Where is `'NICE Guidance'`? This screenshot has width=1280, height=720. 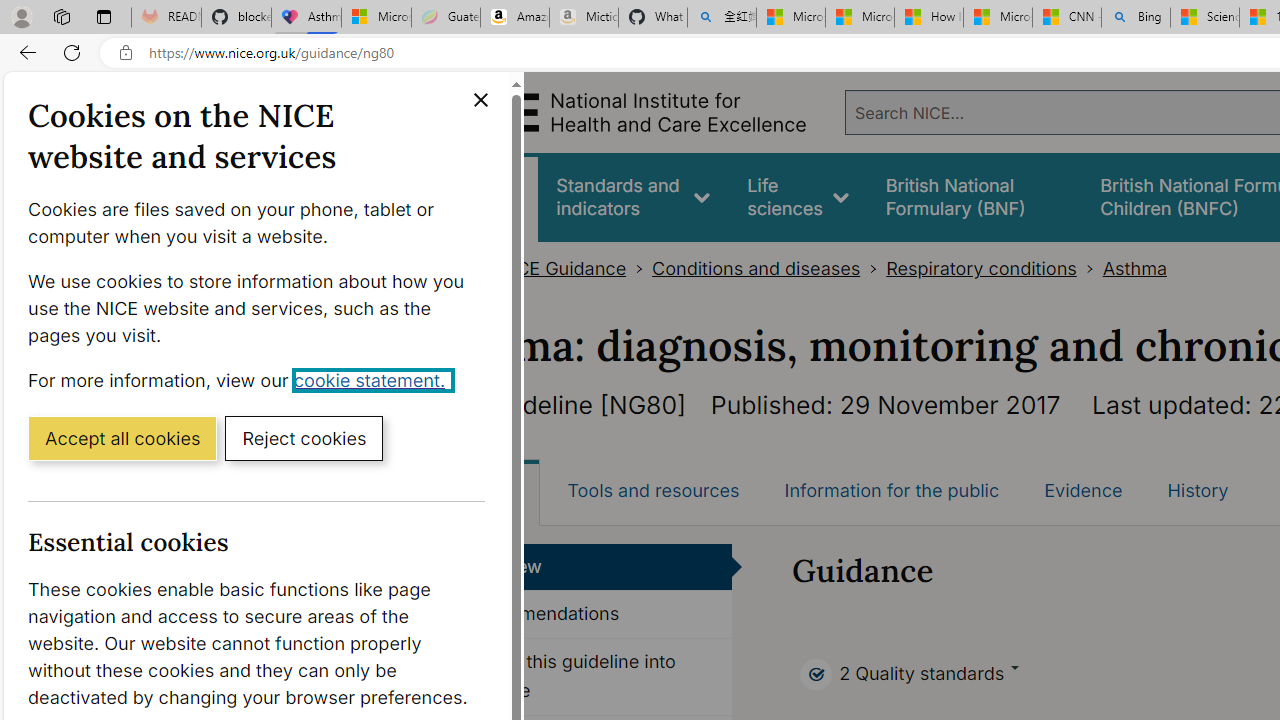 'NICE Guidance' is located at coordinates (560, 268).